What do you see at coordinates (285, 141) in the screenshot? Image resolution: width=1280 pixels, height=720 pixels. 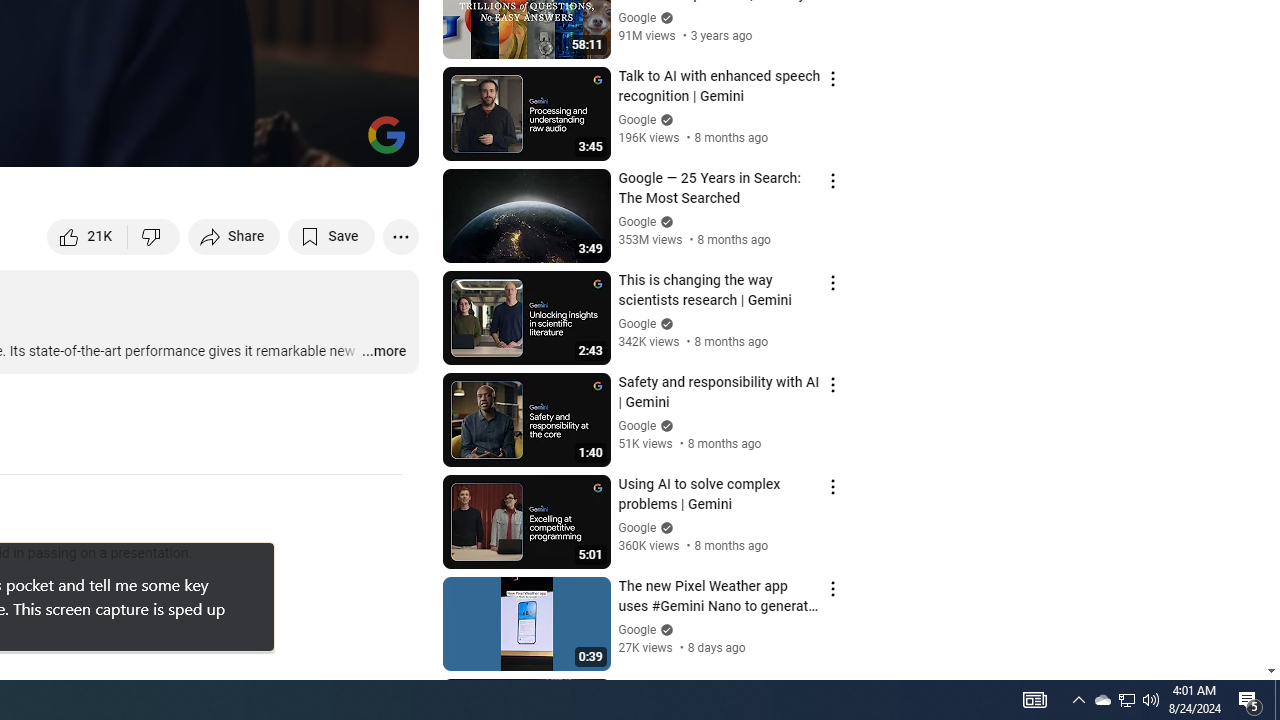 I see `'Miniplayer (i)'` at bounding box center [285, 141].